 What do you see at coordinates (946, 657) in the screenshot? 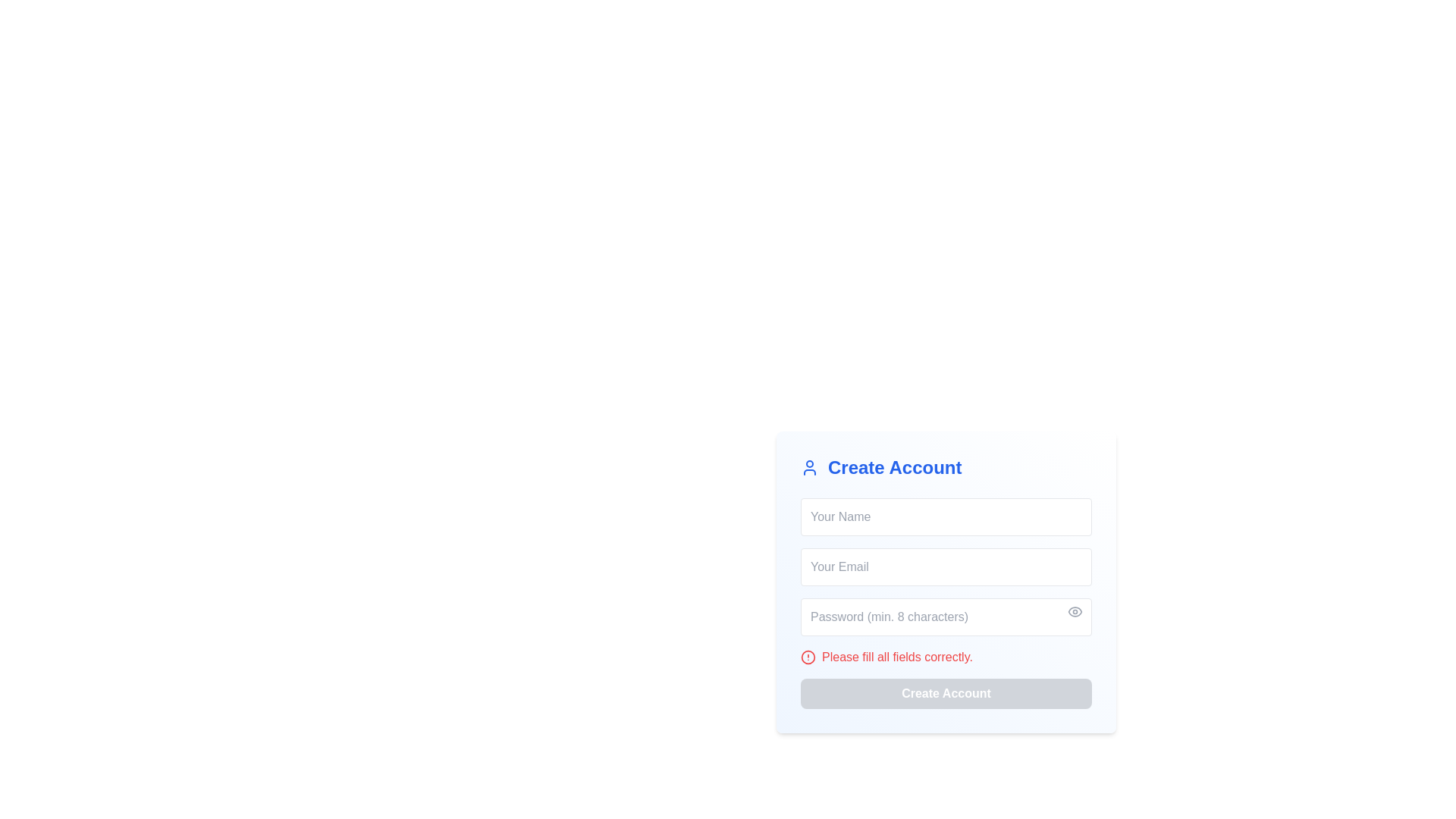
I see `validation error message displayed below the password input field and above the 'Create Account' button, which indicates incorrect input fields` at bounding box center [946, 657].